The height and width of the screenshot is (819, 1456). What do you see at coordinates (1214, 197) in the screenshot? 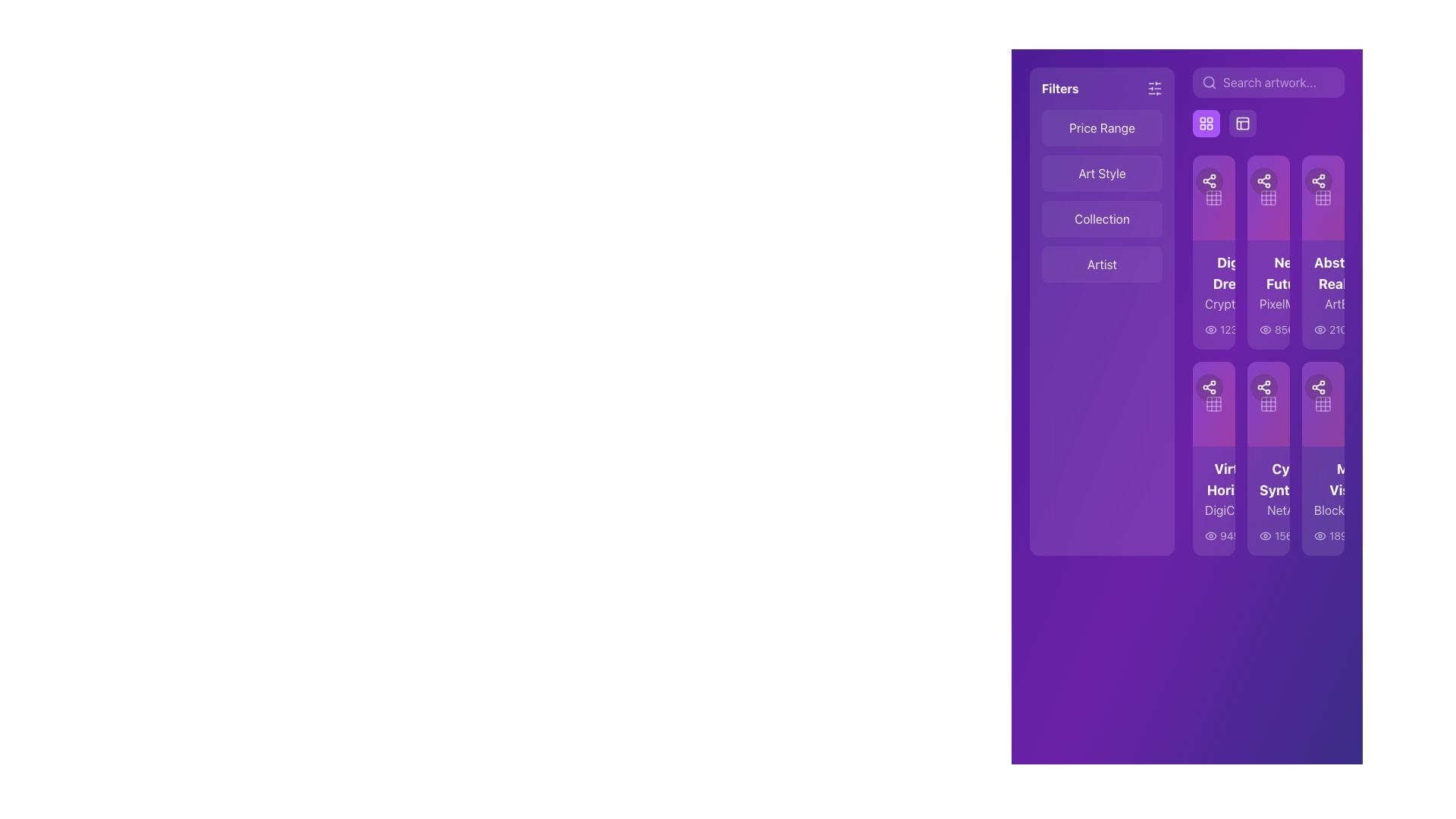
I see `the grid icon in the card-like component located in the second column of the main grid layout` at bounding box center [1214, 197].